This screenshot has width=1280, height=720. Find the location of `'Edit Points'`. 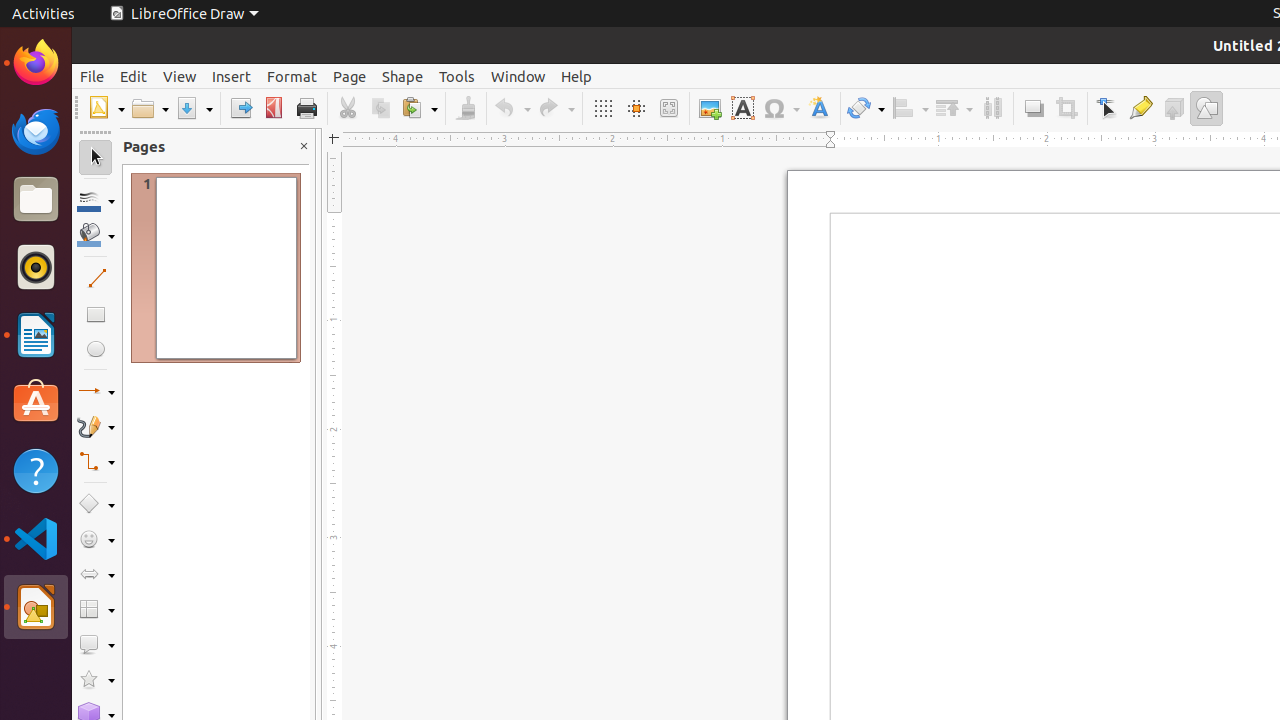

'Edit Points' is located at coordinates (1106, 108).